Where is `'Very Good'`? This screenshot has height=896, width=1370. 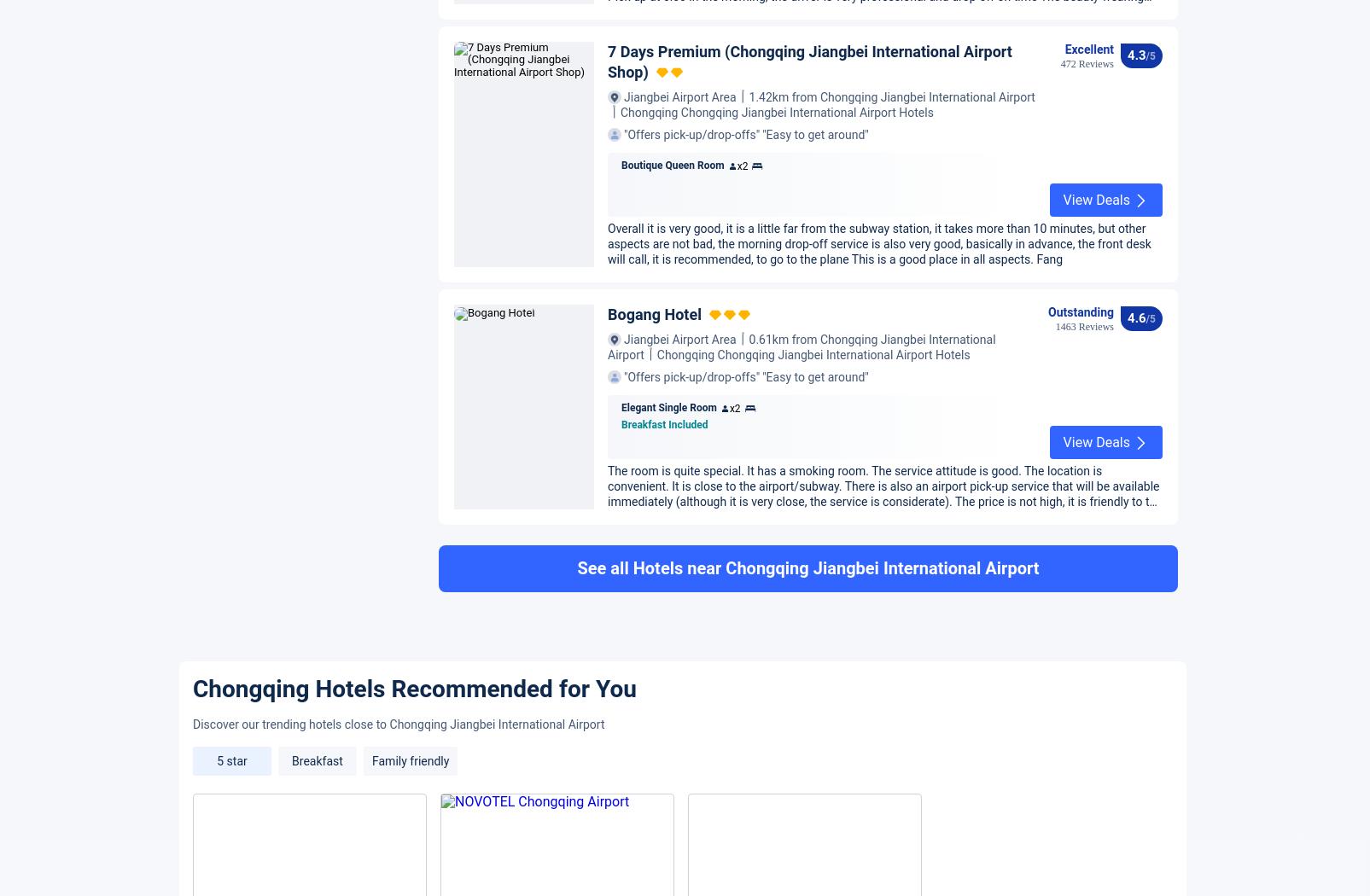 'Very Good' is located at coordinates (1099, 260).